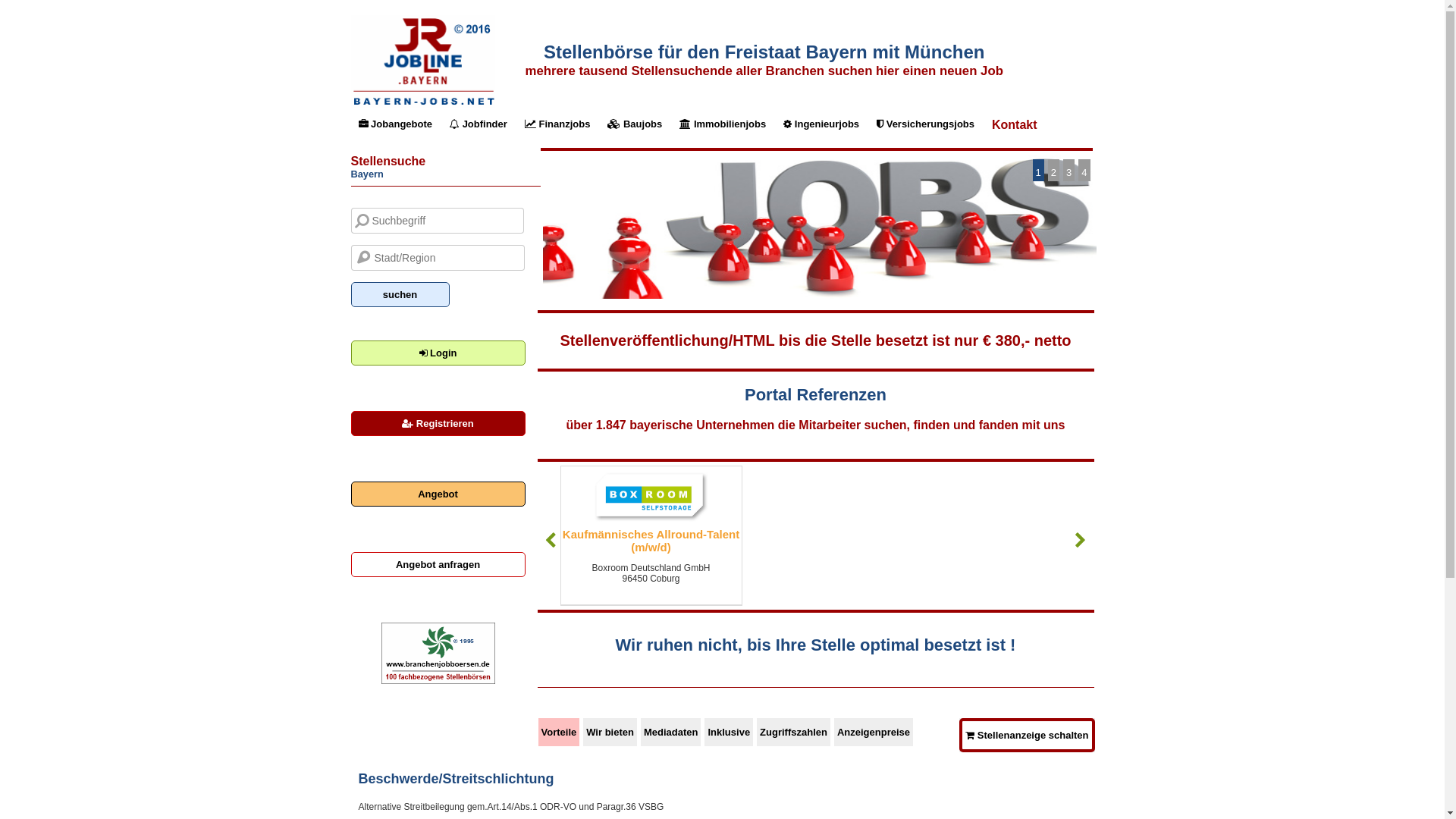 This screenshot has height=819, width=1456. I want to click on 'Login', so click(436, 353).